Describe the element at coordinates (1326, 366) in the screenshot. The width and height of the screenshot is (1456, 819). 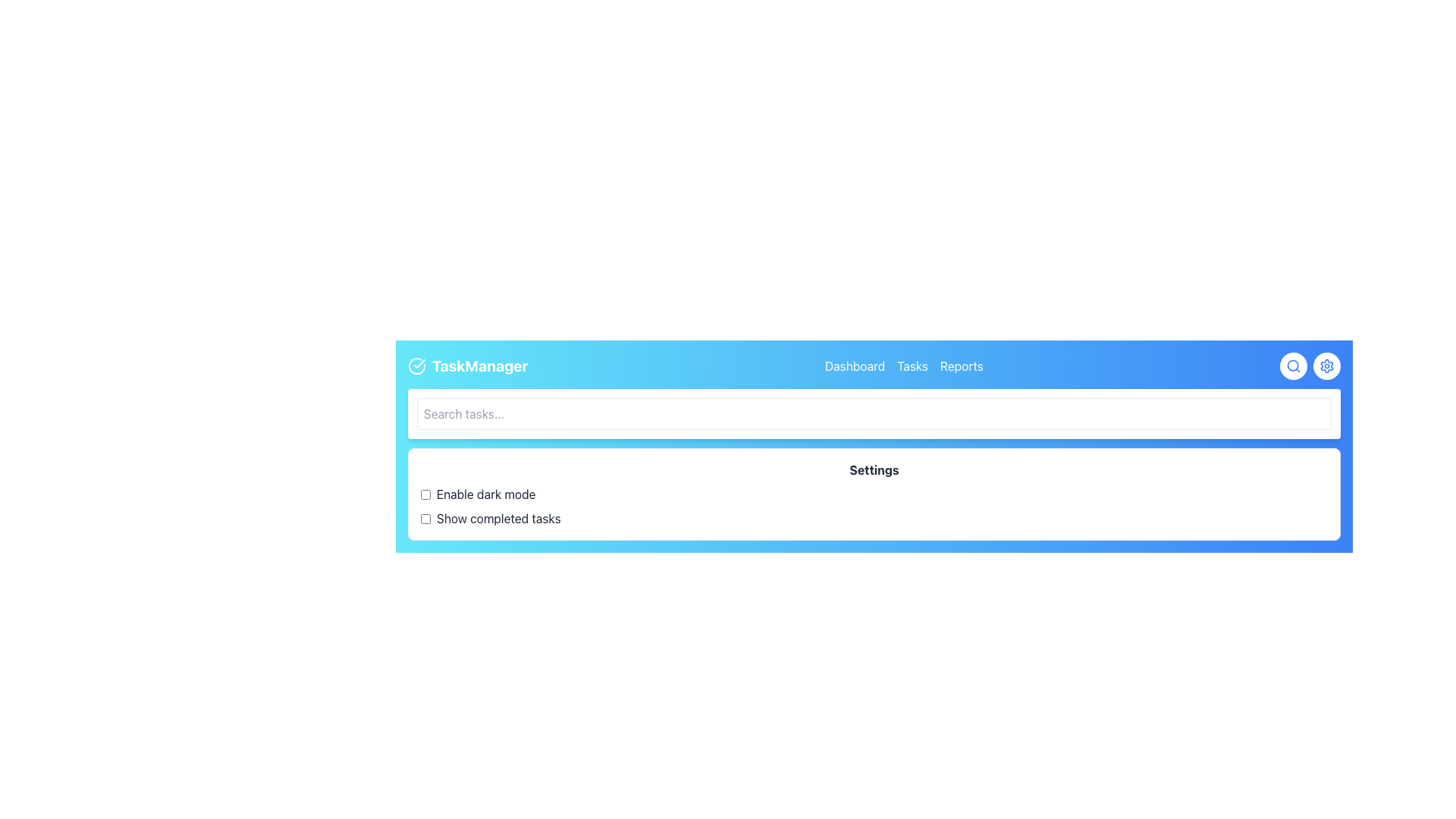
I see `the settings button located at the top right corner of the interface` at that location.